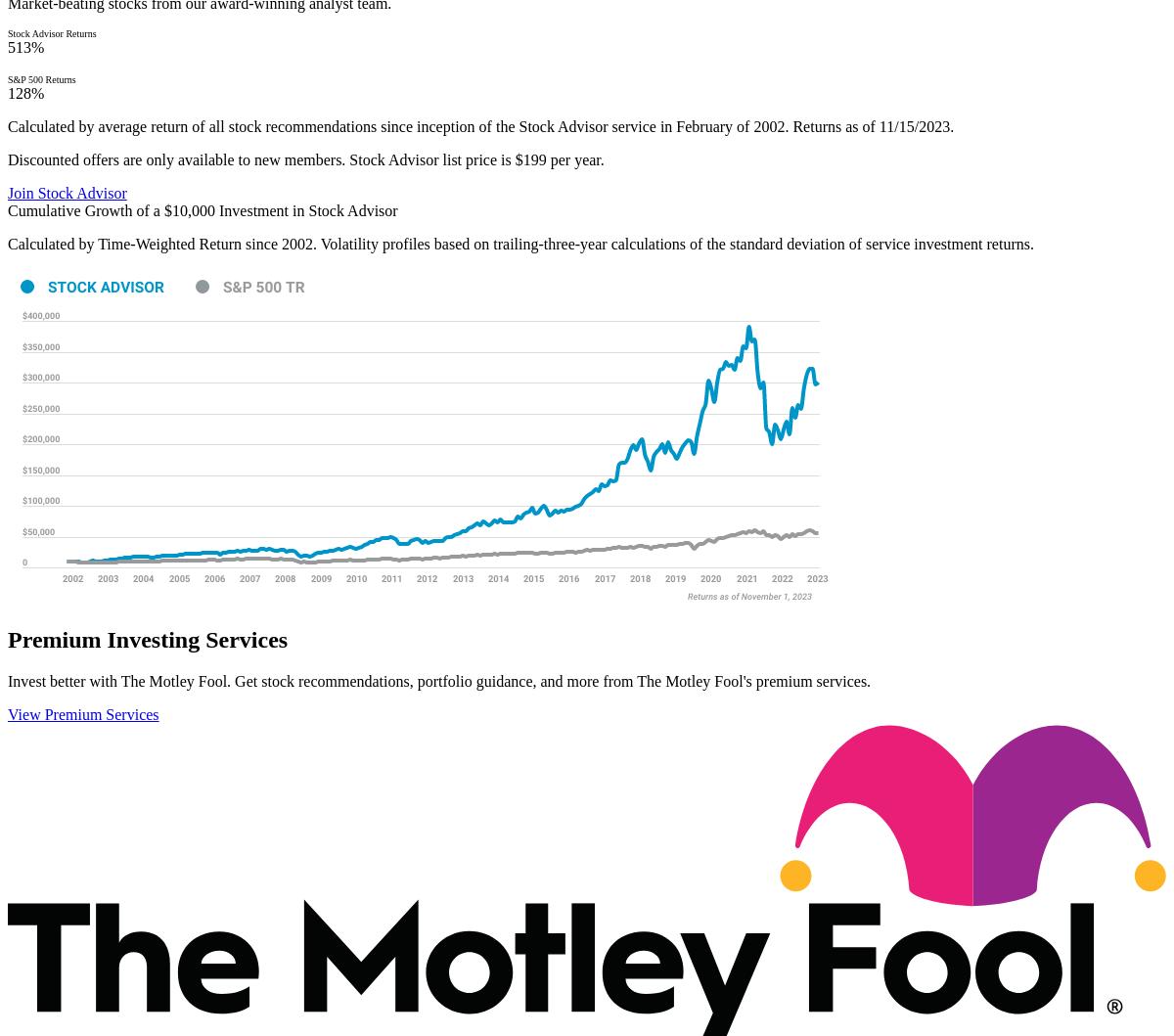 This screenshot has height=1036, width=1174. I want to click on '128%', so click(25, 93).